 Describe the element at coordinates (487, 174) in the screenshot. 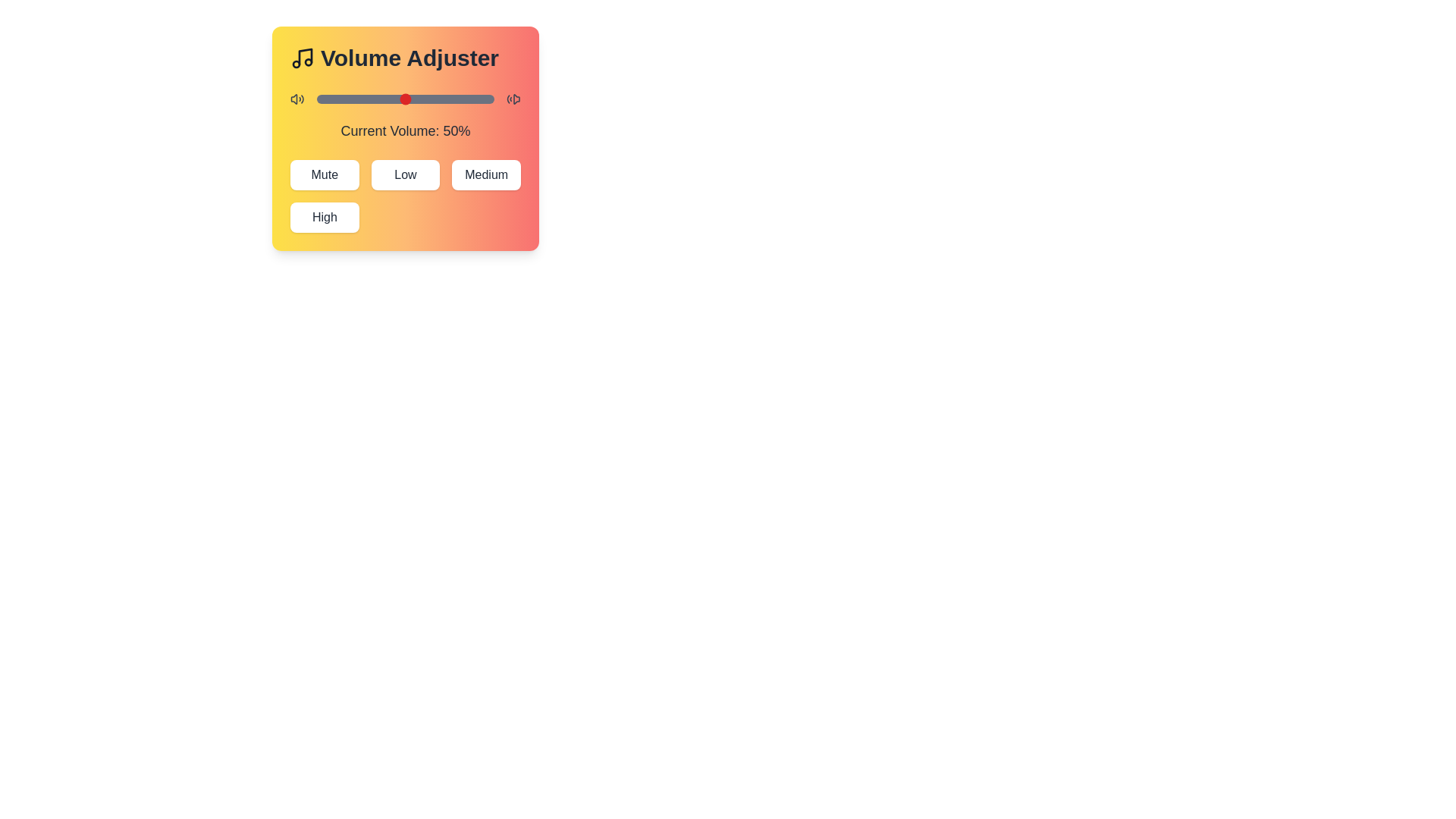

I see `the Medium button to set the volume to the corresponding preset level` at that location.